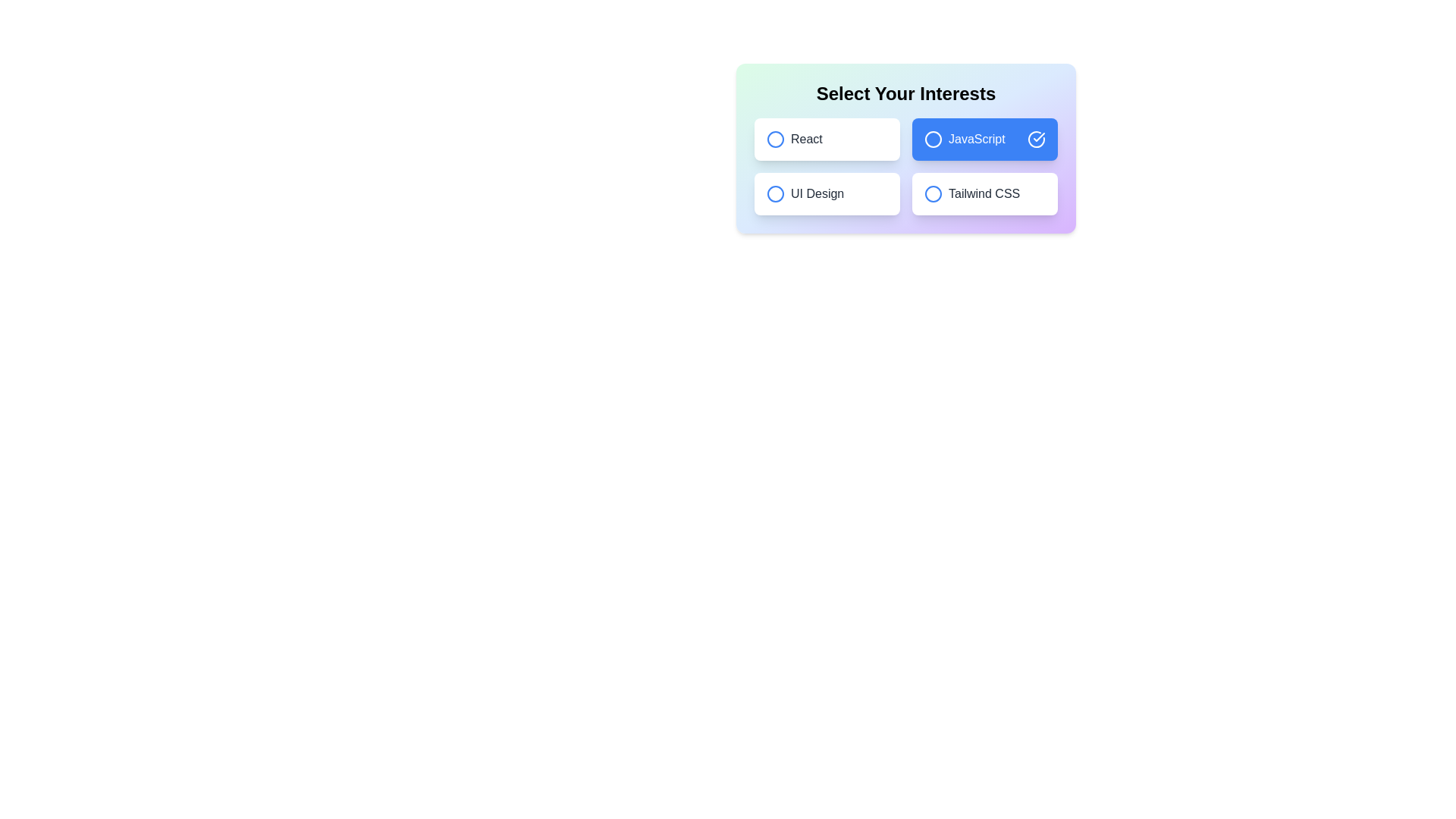  Describe the element at coordinates (826, 193) in the screenshot. I see `the chip labeled UI Design` at that location.